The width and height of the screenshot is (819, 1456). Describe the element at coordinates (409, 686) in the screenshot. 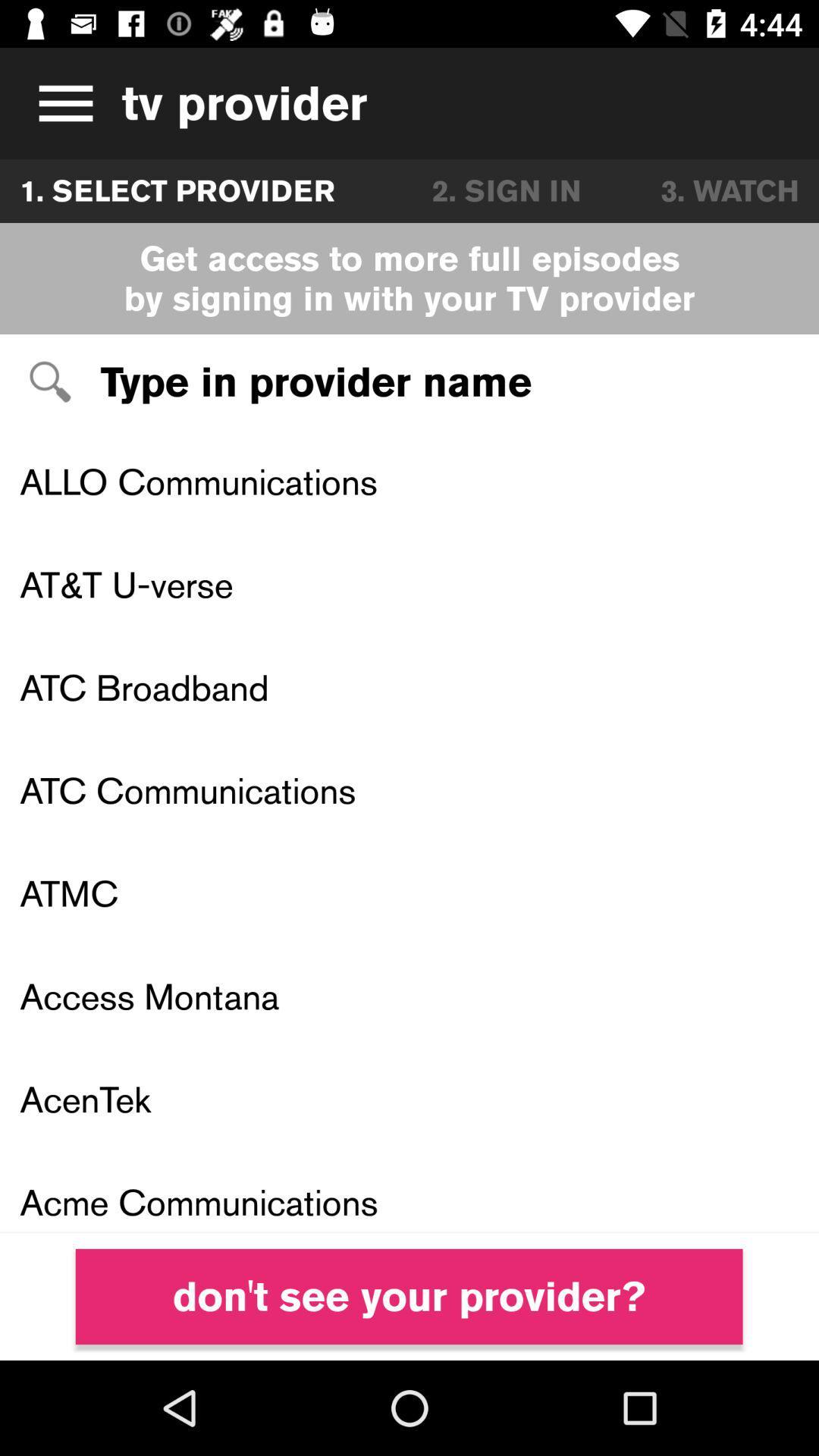

I see `atc broadband item` at that location.